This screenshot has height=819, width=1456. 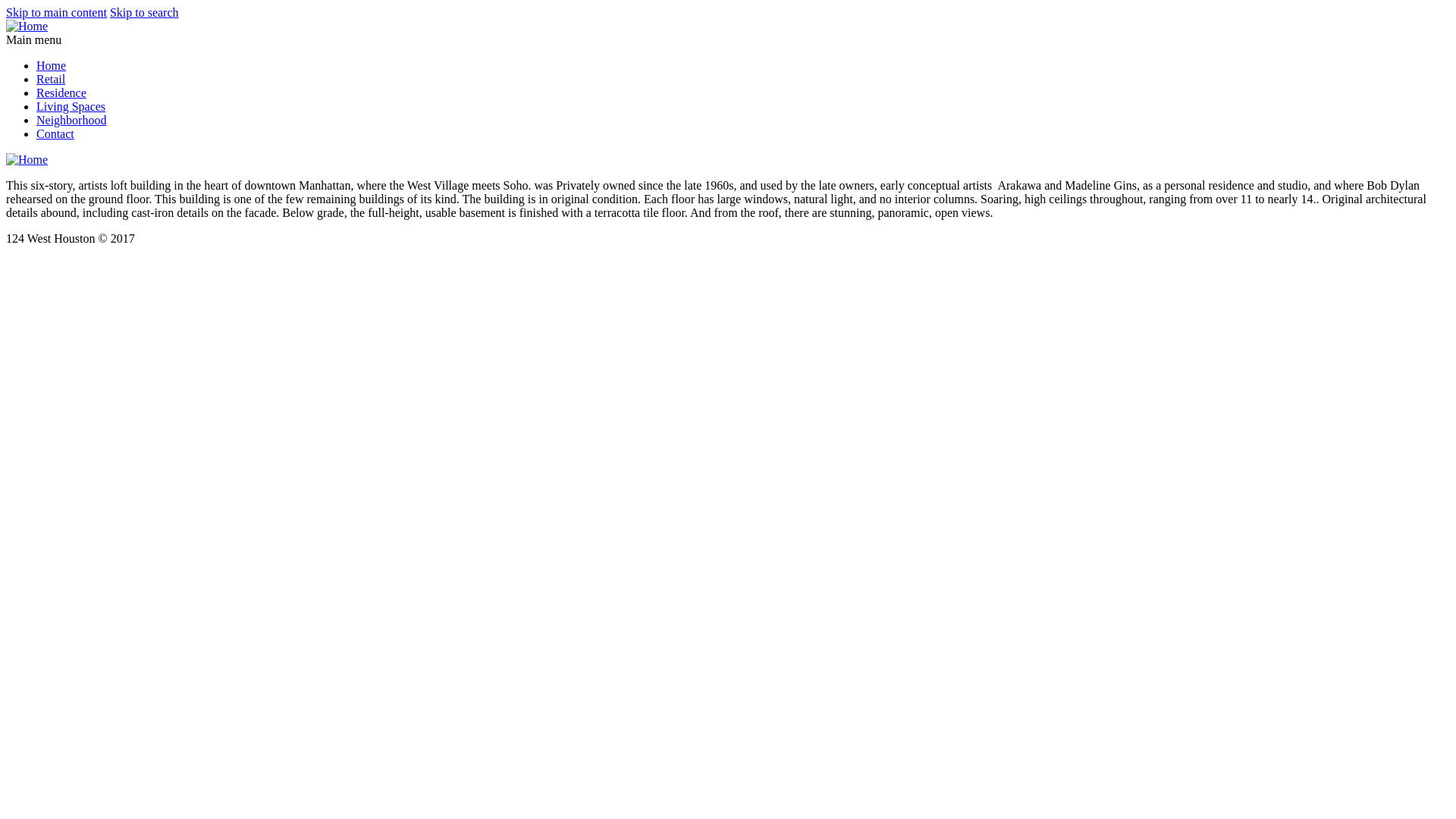 I want to click on 'Home', so click(x=27, y=26).